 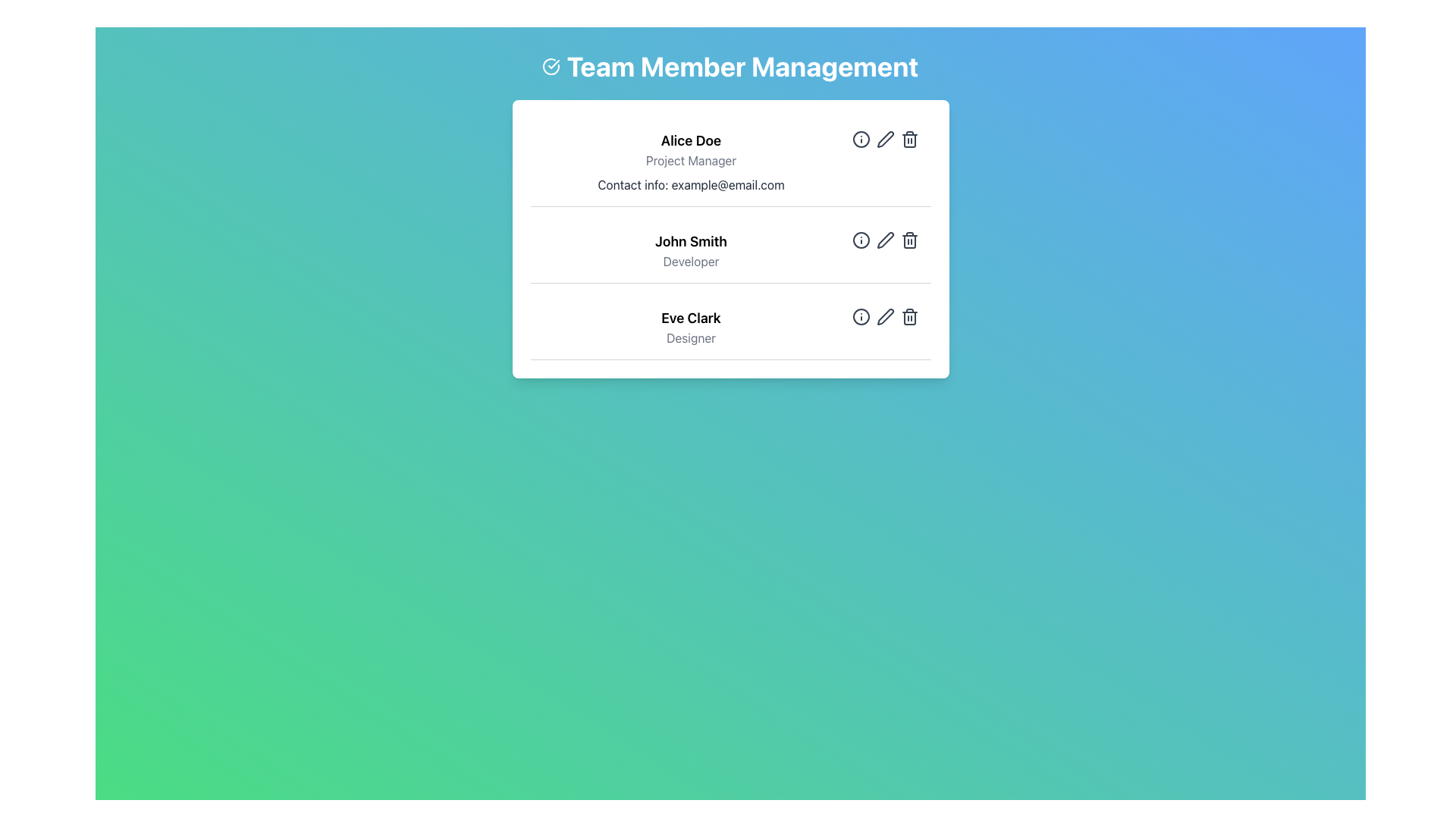 I want to click on static text label displaying the word 'Developer', which is positioned directly beneath the name 'John Smith' in the list of team members, so click(x=690, y=260).